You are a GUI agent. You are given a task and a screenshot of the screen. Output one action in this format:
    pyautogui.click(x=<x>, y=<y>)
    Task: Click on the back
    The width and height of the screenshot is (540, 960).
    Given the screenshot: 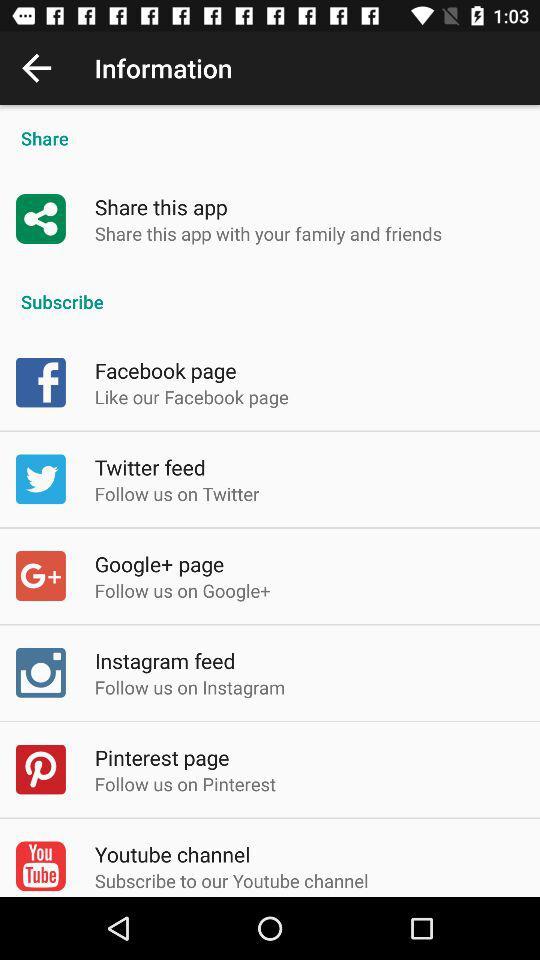 What is the action you would take?
    pyautogui.click(x=36, y=68)
    